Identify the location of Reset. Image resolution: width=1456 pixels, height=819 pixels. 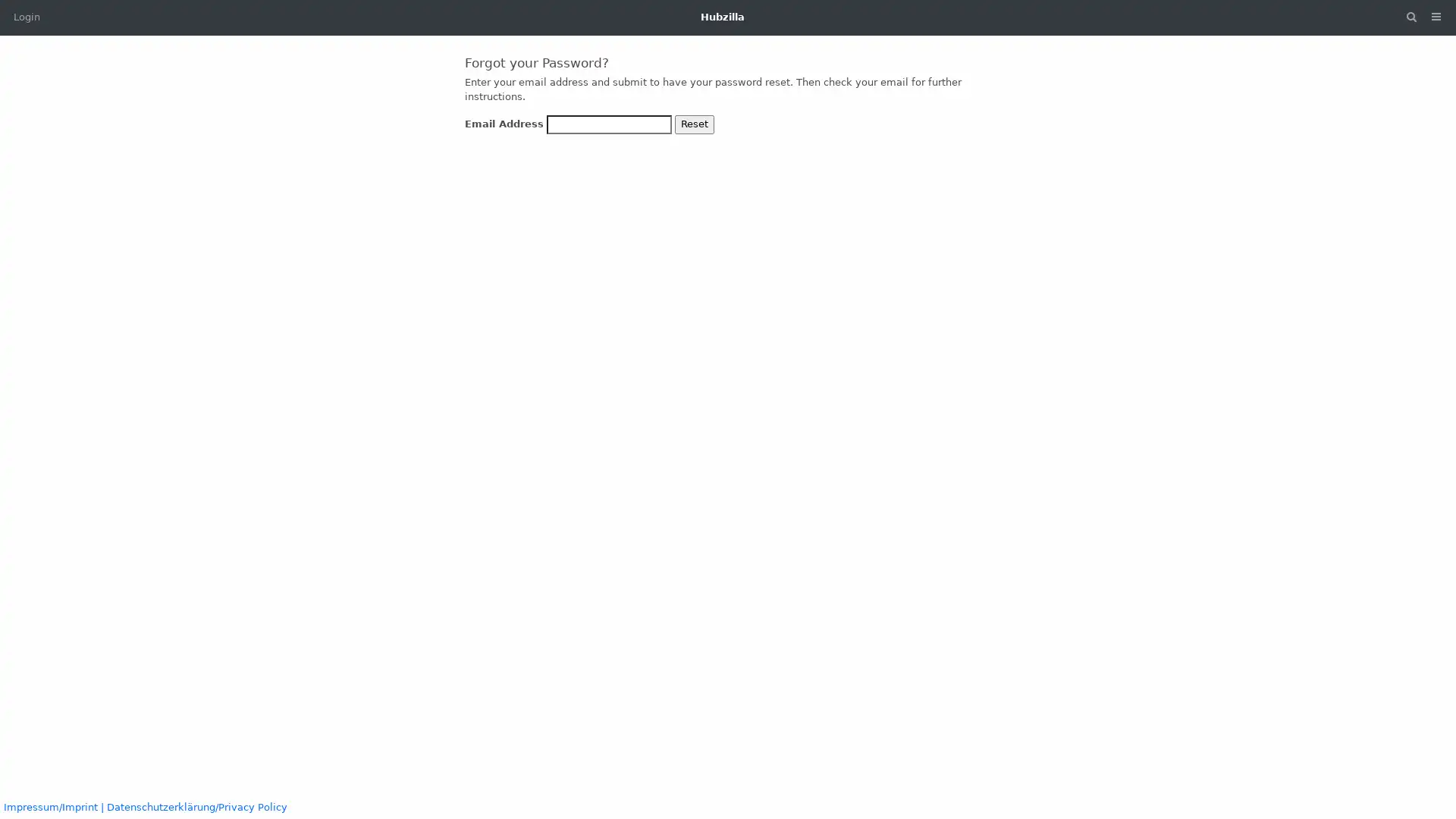
(694, 123).